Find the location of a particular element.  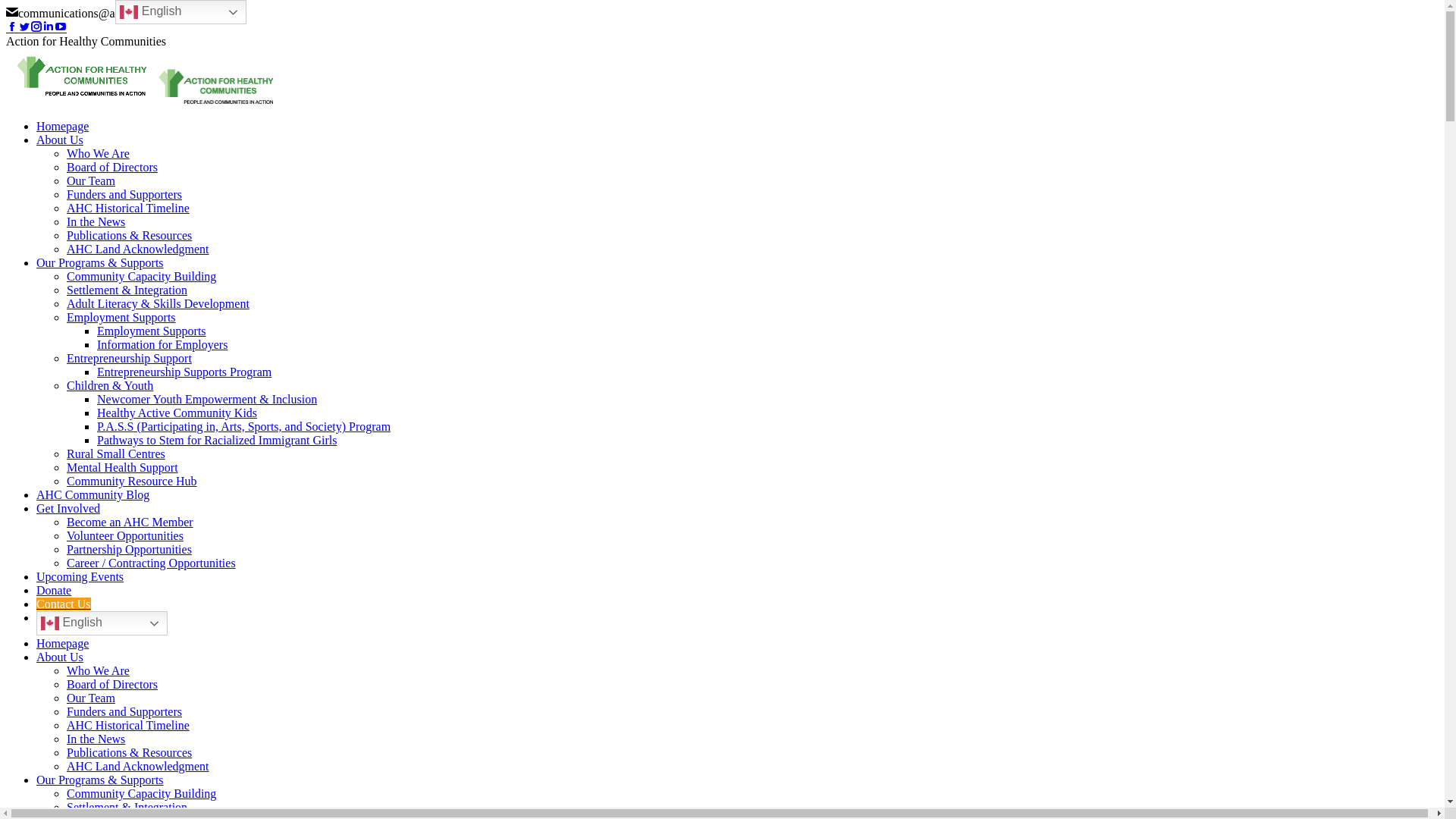

'Homepage' is located at coordinates (61, 643).